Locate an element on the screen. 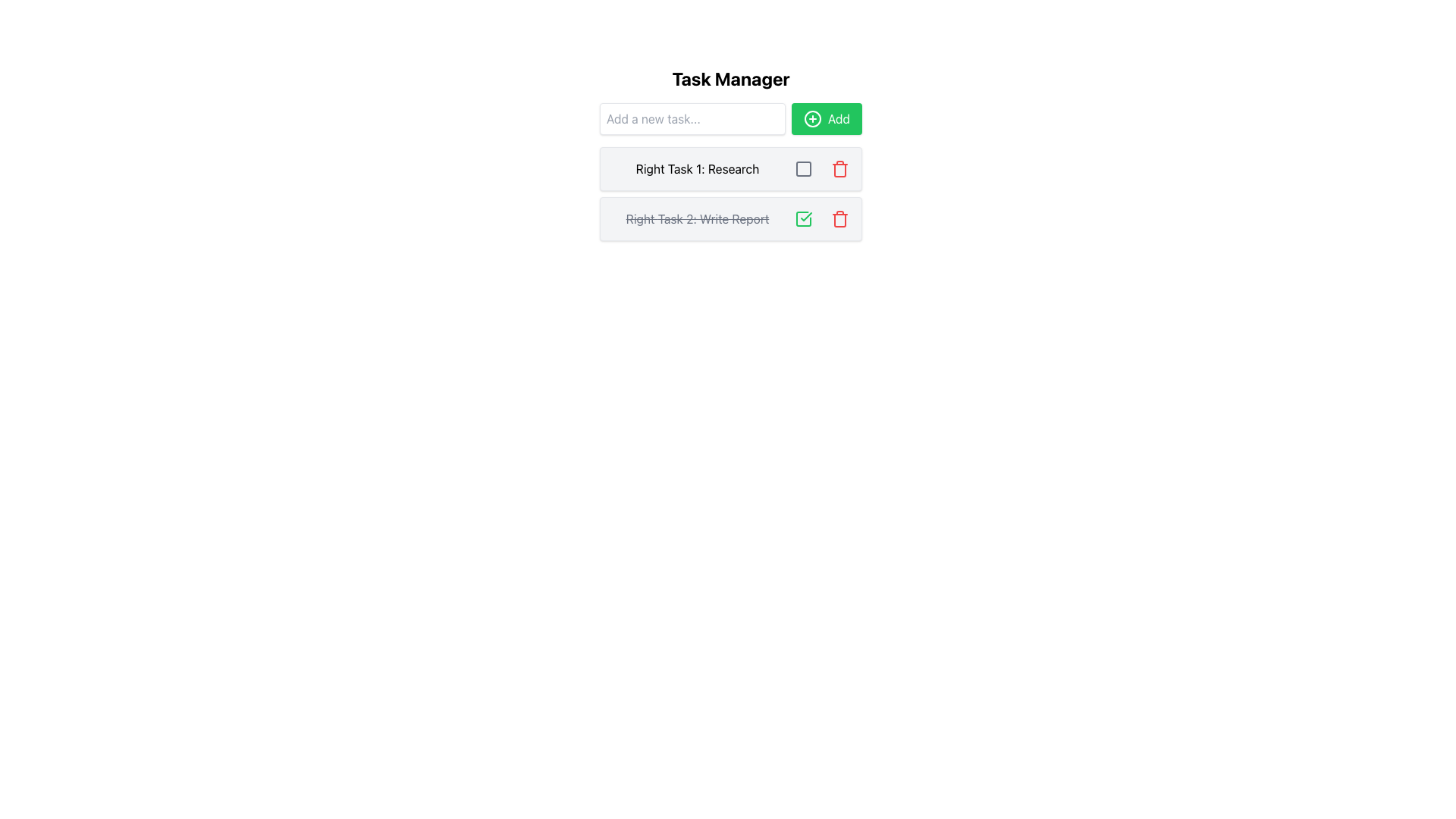  the Text Label displaying 'Right Task 2: Write Report' with strikethrough styling and gray color, which is part of the second task in the task list is located at coordinates (697, 219).